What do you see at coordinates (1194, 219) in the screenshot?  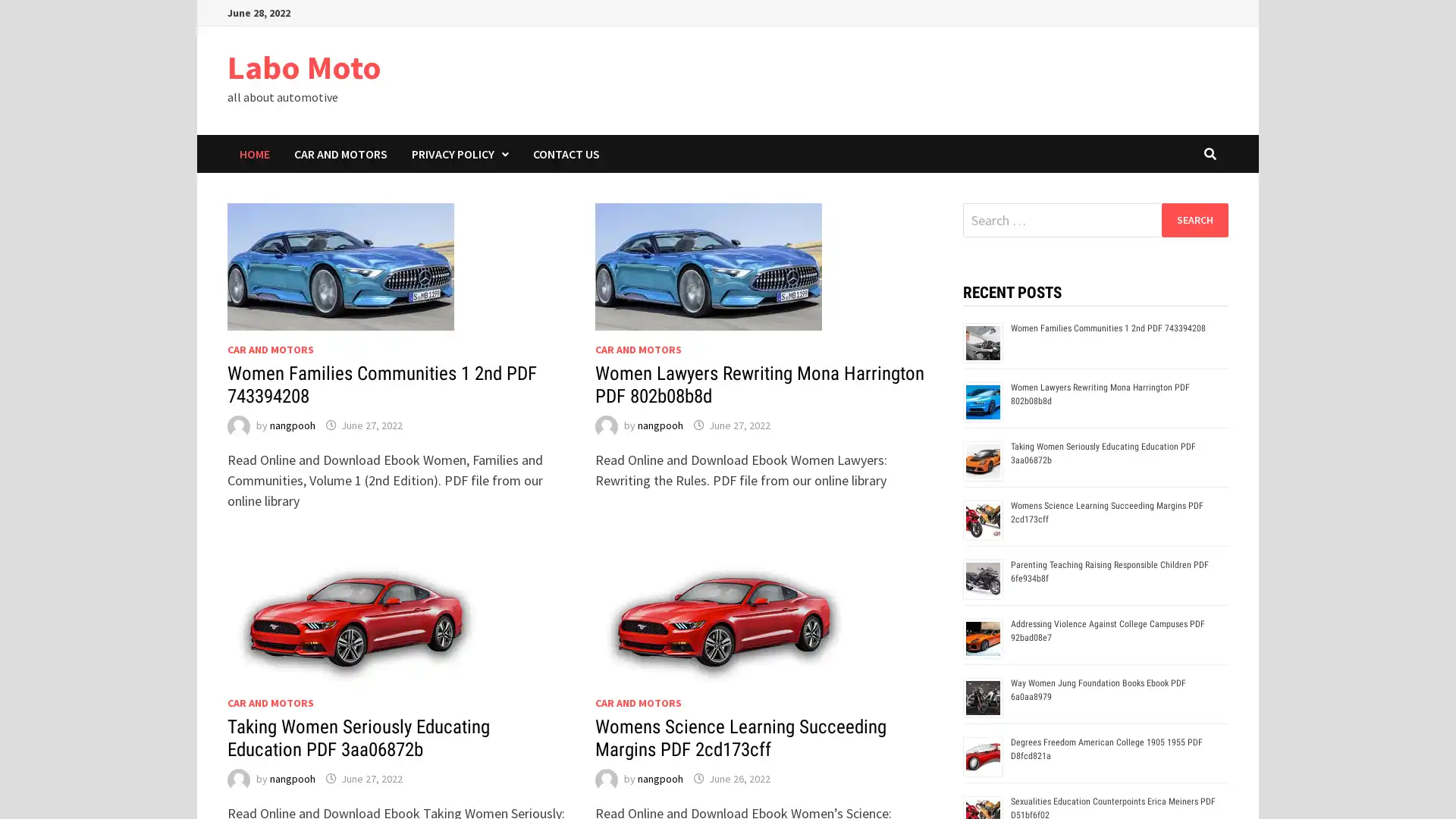 I see `Search` at bounding box center [1194, 219].